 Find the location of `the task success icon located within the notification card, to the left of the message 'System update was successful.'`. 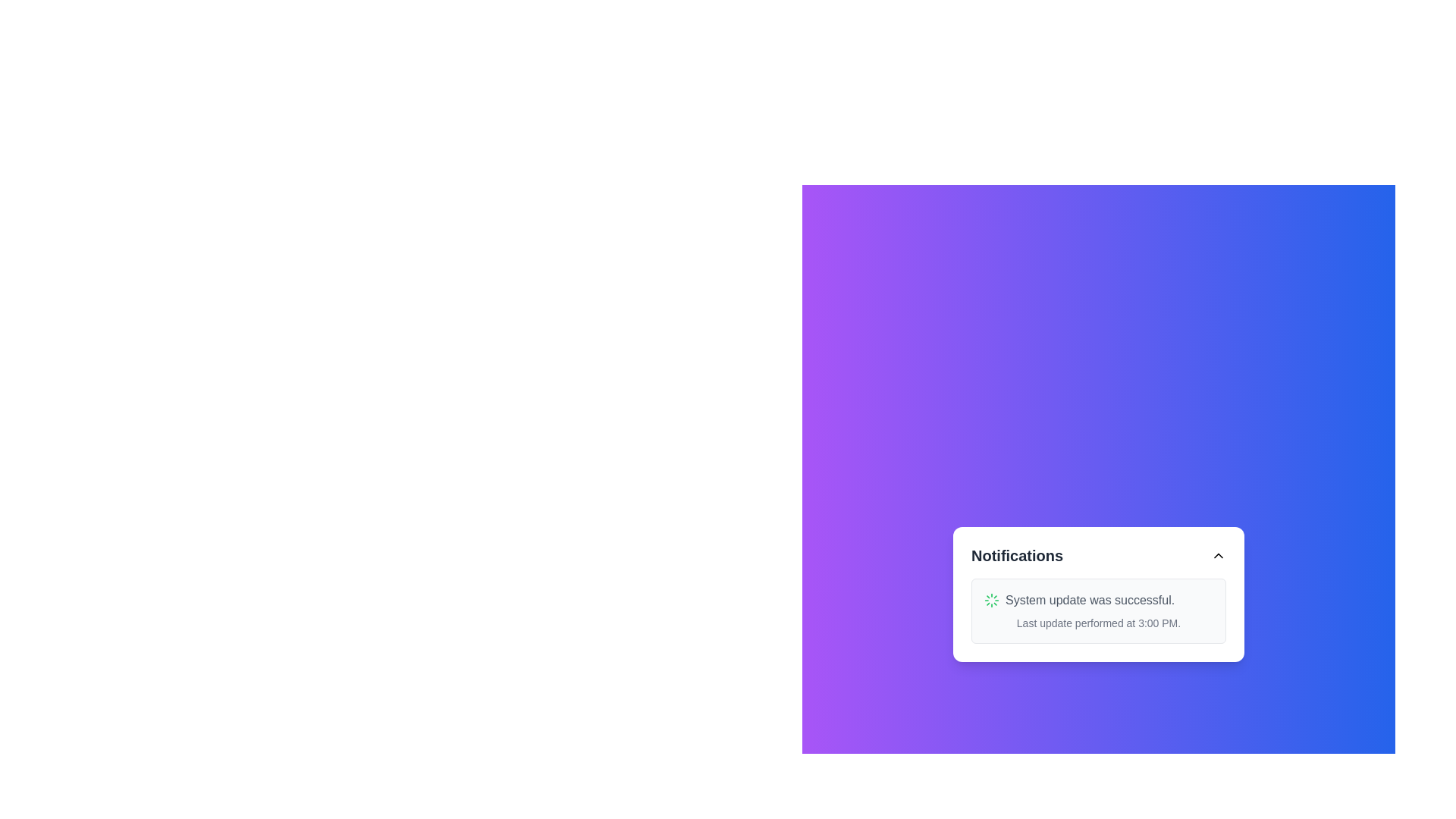

the task success icon located within the notification card, to the left of the message 'System update was successful.' is located at coordinates (992, 599).